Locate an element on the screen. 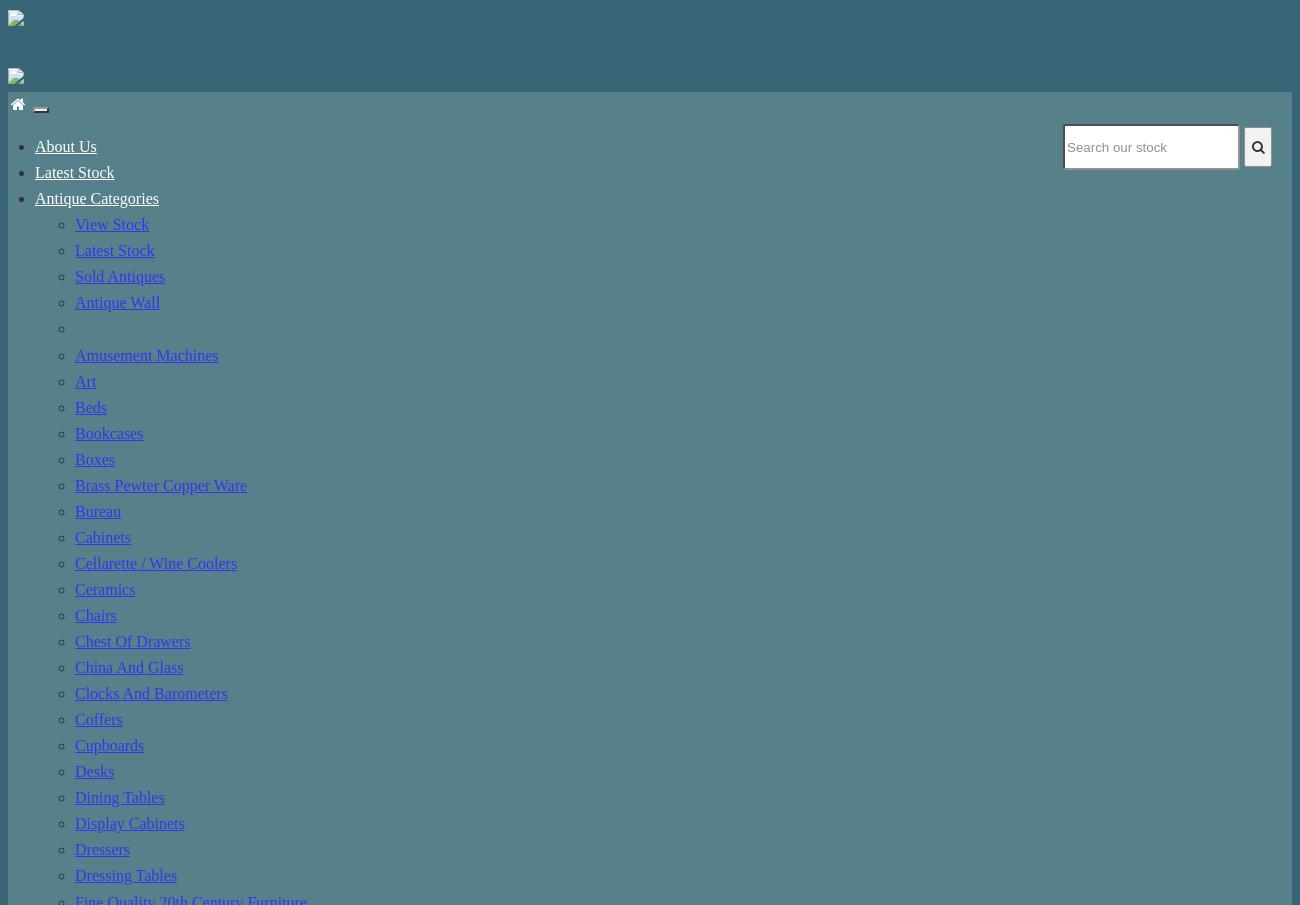 This screenshot has height=905, width=1300. 'Antique Wall' is located at coordinates (116, 301).